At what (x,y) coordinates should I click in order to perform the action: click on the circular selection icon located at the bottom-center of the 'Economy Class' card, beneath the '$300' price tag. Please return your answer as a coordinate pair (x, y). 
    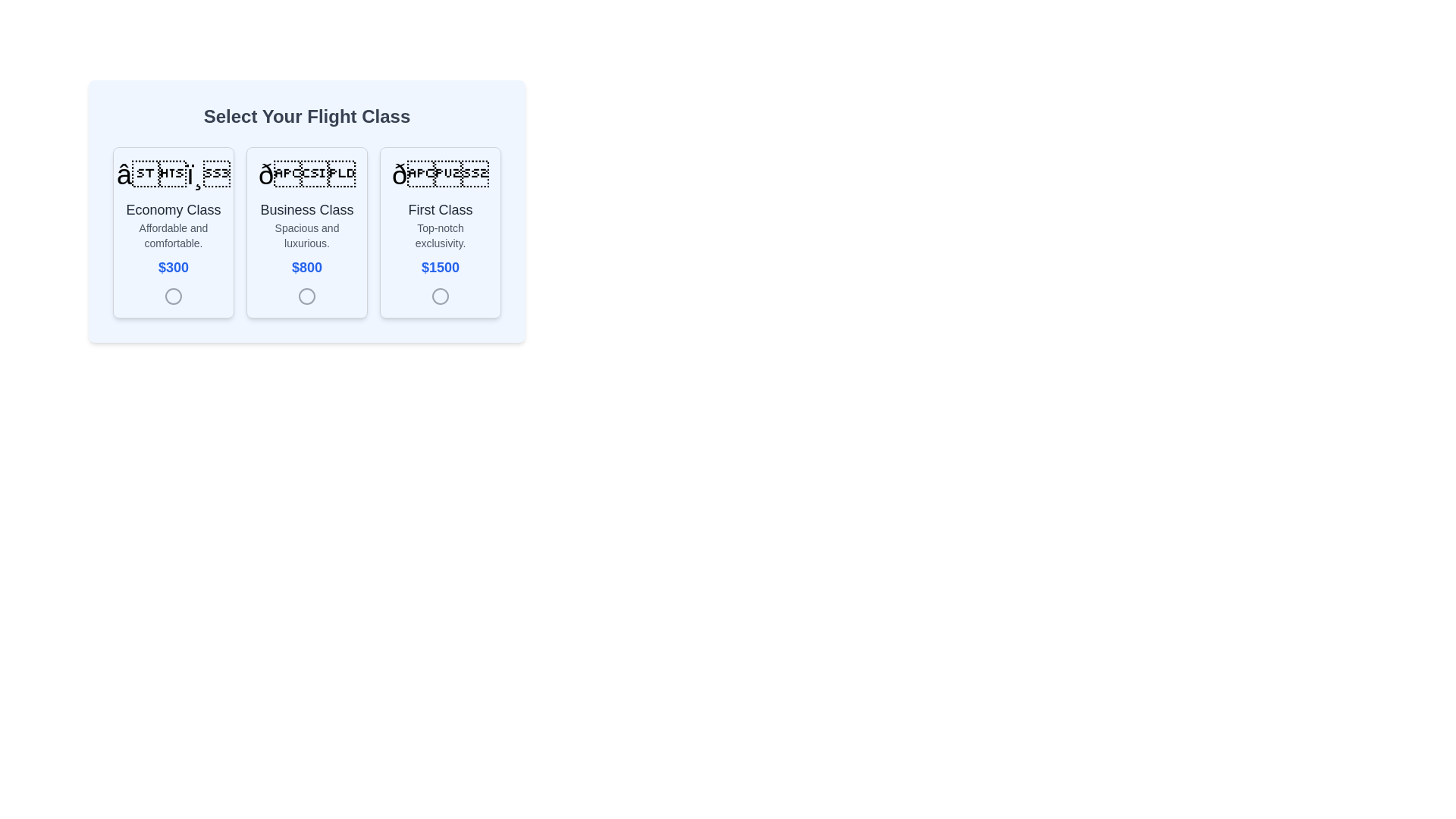
    Looking at the image, I should click on (174, 296).